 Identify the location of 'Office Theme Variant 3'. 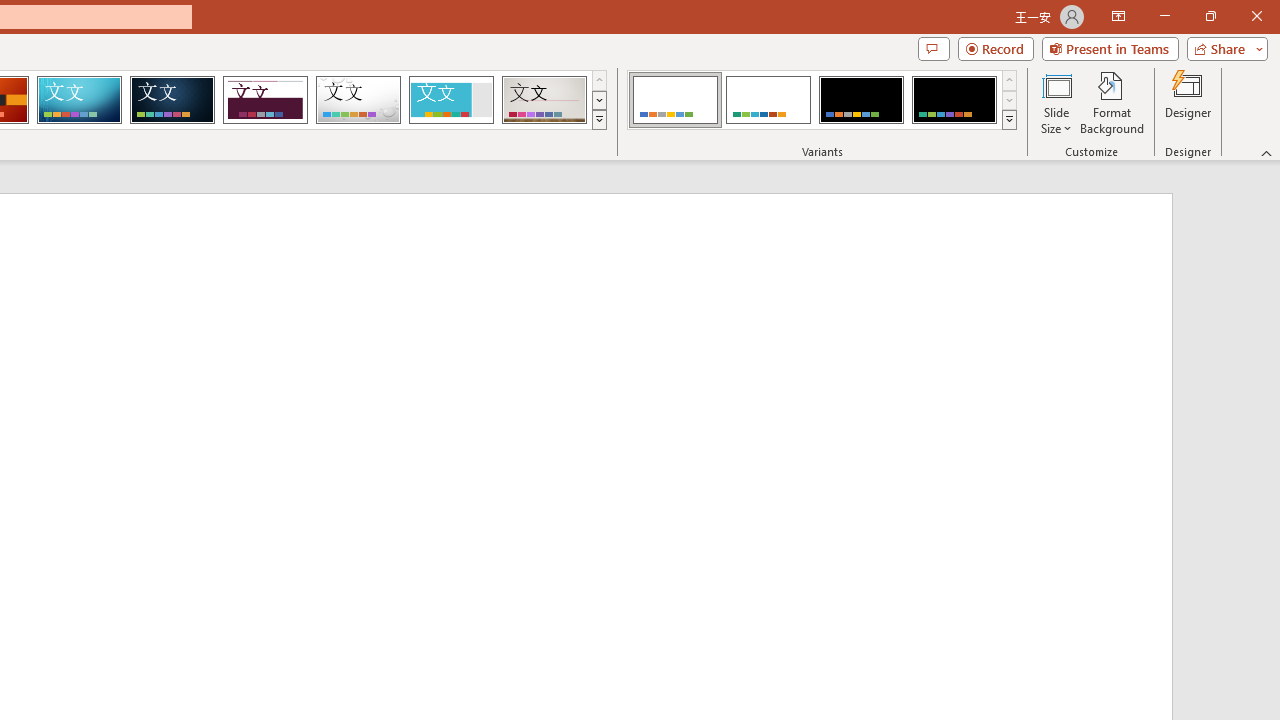
(861, 100).